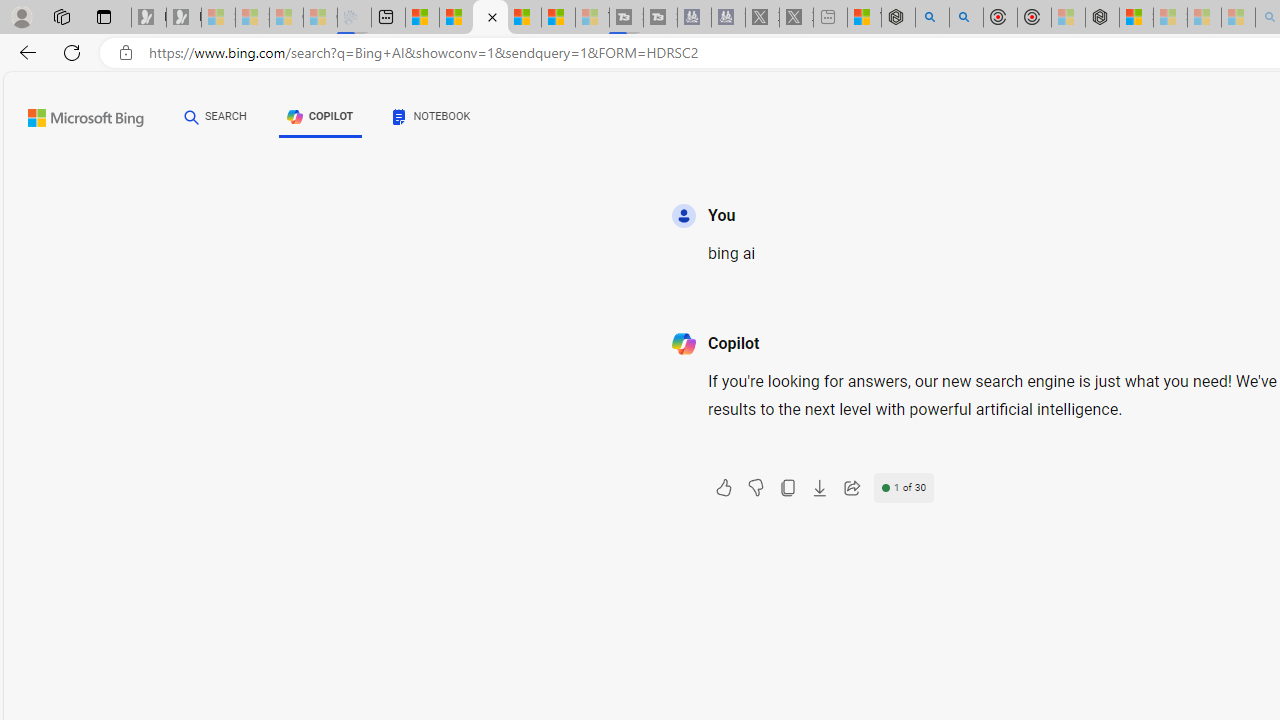 The image size is (1280, 720). I want to click on 'Streaming Coverage | T3 - Sleeping', so click(625, 17).